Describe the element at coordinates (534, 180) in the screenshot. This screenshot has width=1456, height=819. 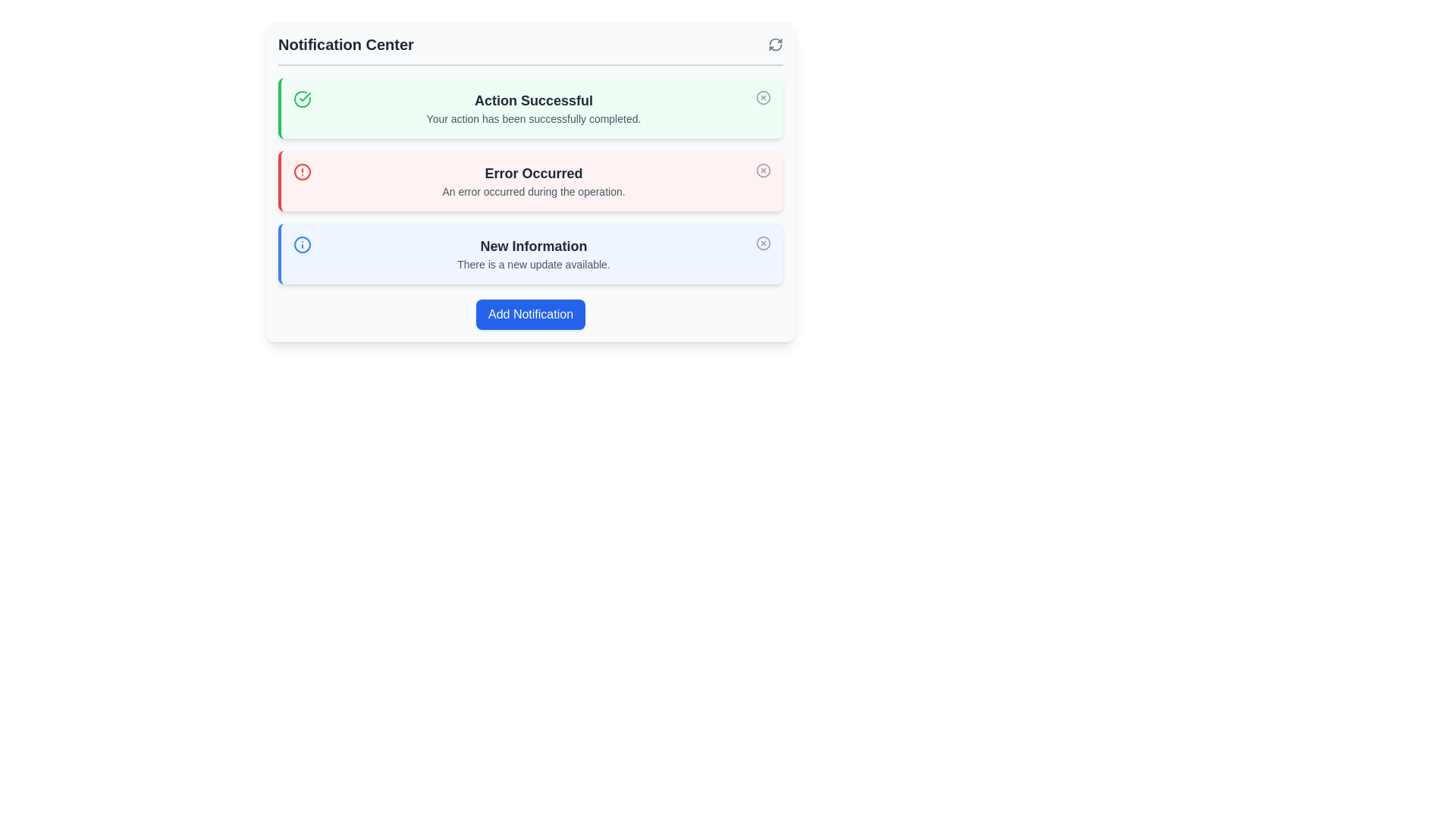
I see `the static text component that notifies the user about an error, positioned below 'Action Successful' and above 'New Information'` at that location.